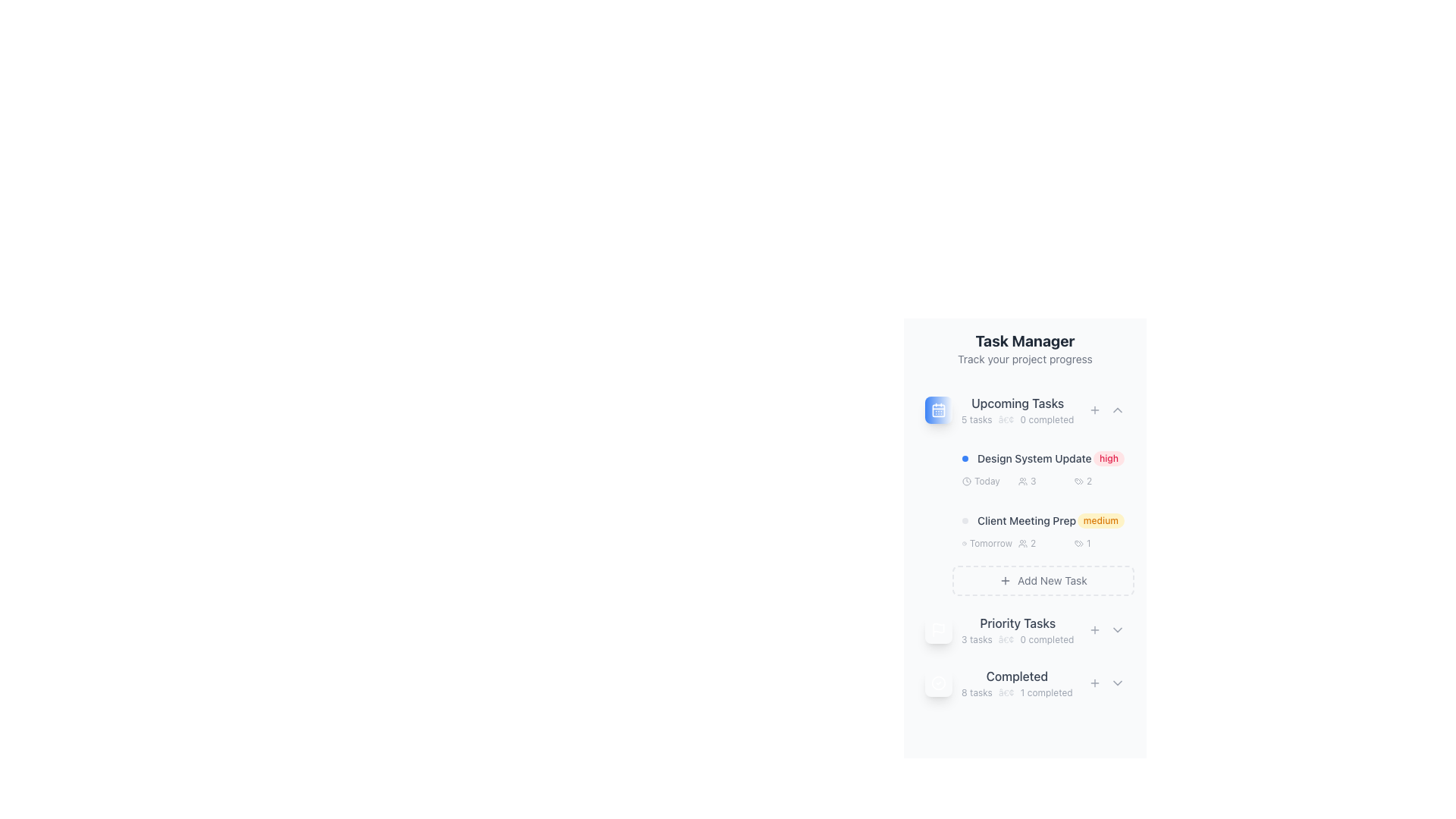 The height and width of the screenshot is (819, 1456). I want to click on the 'Add New Task' button, which is a horizontal rectangular button with a dashed border and a light gray background, located in the bottom part of the 'Upcoming Tasks' section, so click(1043, 580).